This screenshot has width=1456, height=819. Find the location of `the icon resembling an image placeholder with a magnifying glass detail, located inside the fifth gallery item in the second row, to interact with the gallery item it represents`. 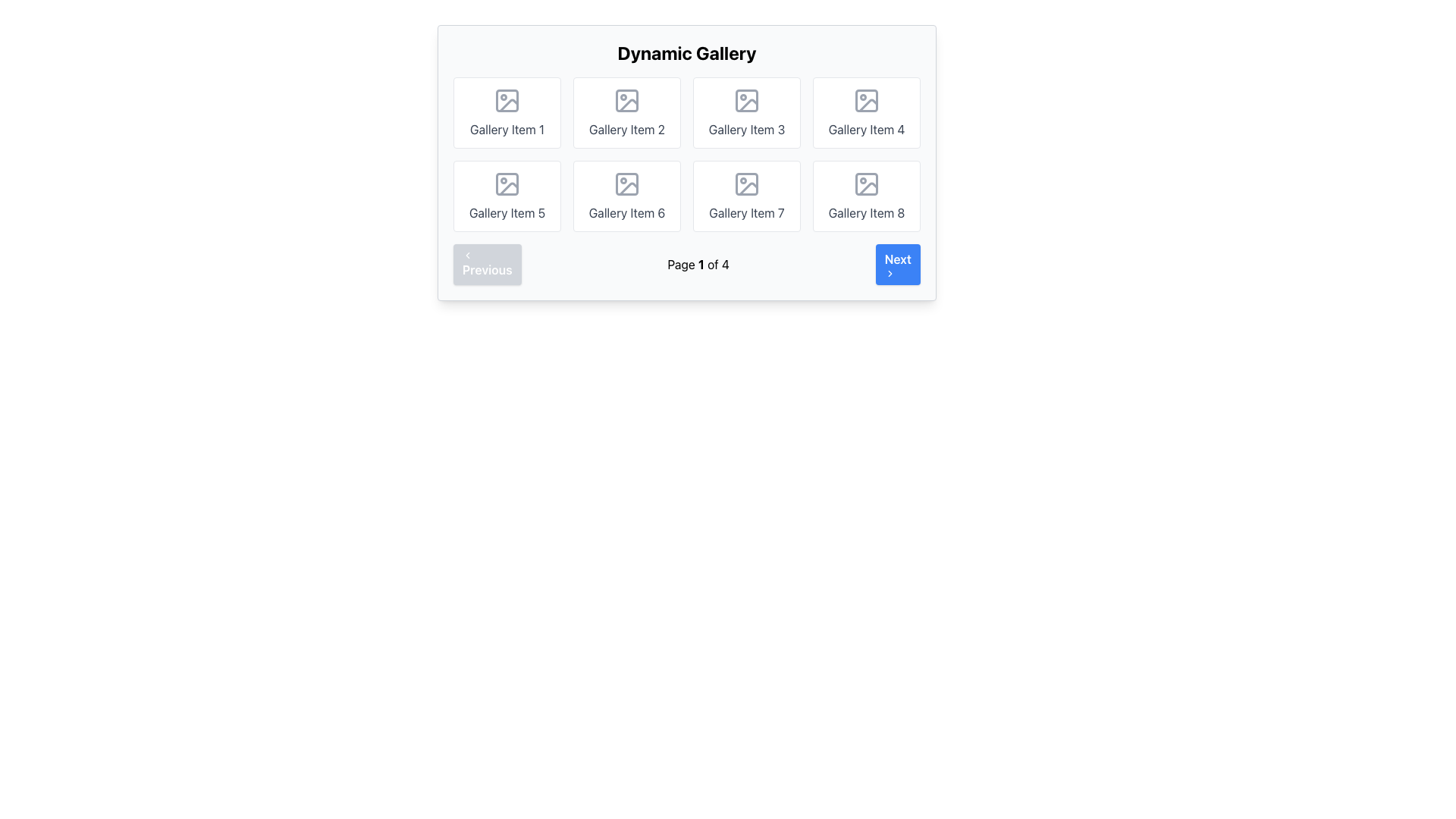

the icon resembling an image placeholder with a magnifying glass detail, located inside the fifth gallery item in the second row, to interact with the gallery item it represents is located at coordinates (507, 184).